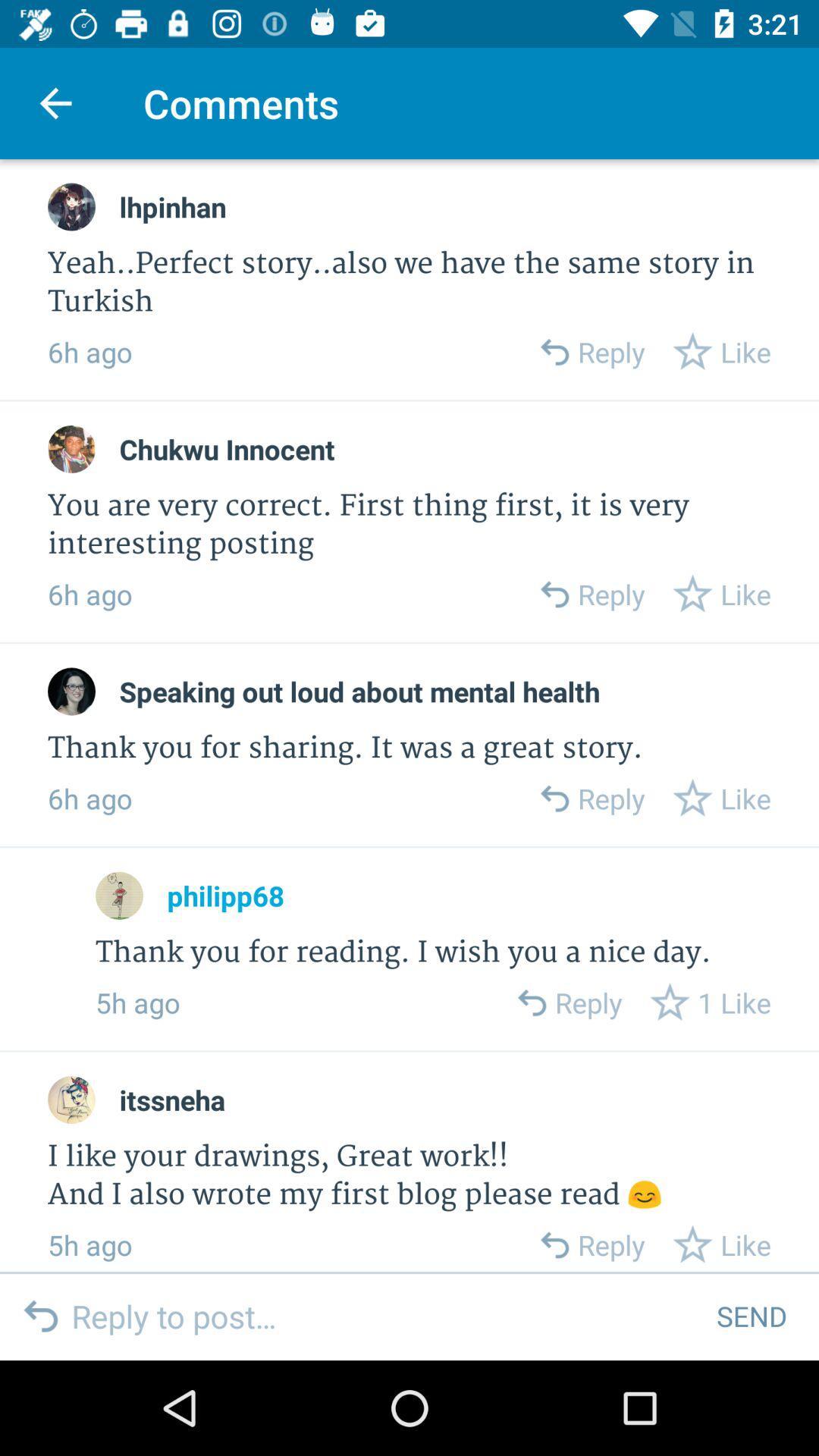 This screenshot has height=1456, width=819. I want to click on itssneha item, so click(171, 1100).